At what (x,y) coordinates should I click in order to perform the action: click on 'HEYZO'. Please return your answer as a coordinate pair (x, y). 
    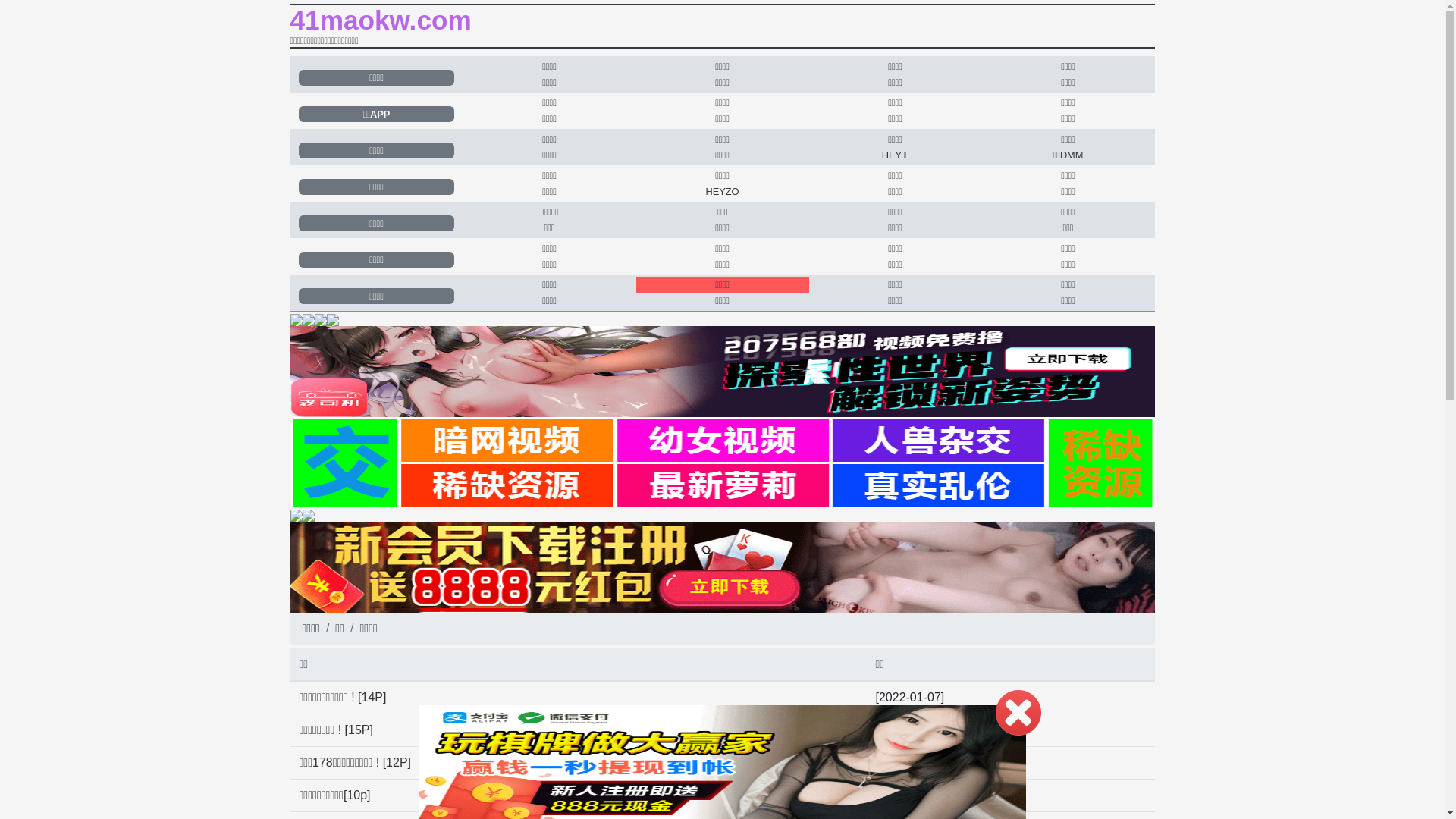
    Looking at the image, I should click on (721, 190).